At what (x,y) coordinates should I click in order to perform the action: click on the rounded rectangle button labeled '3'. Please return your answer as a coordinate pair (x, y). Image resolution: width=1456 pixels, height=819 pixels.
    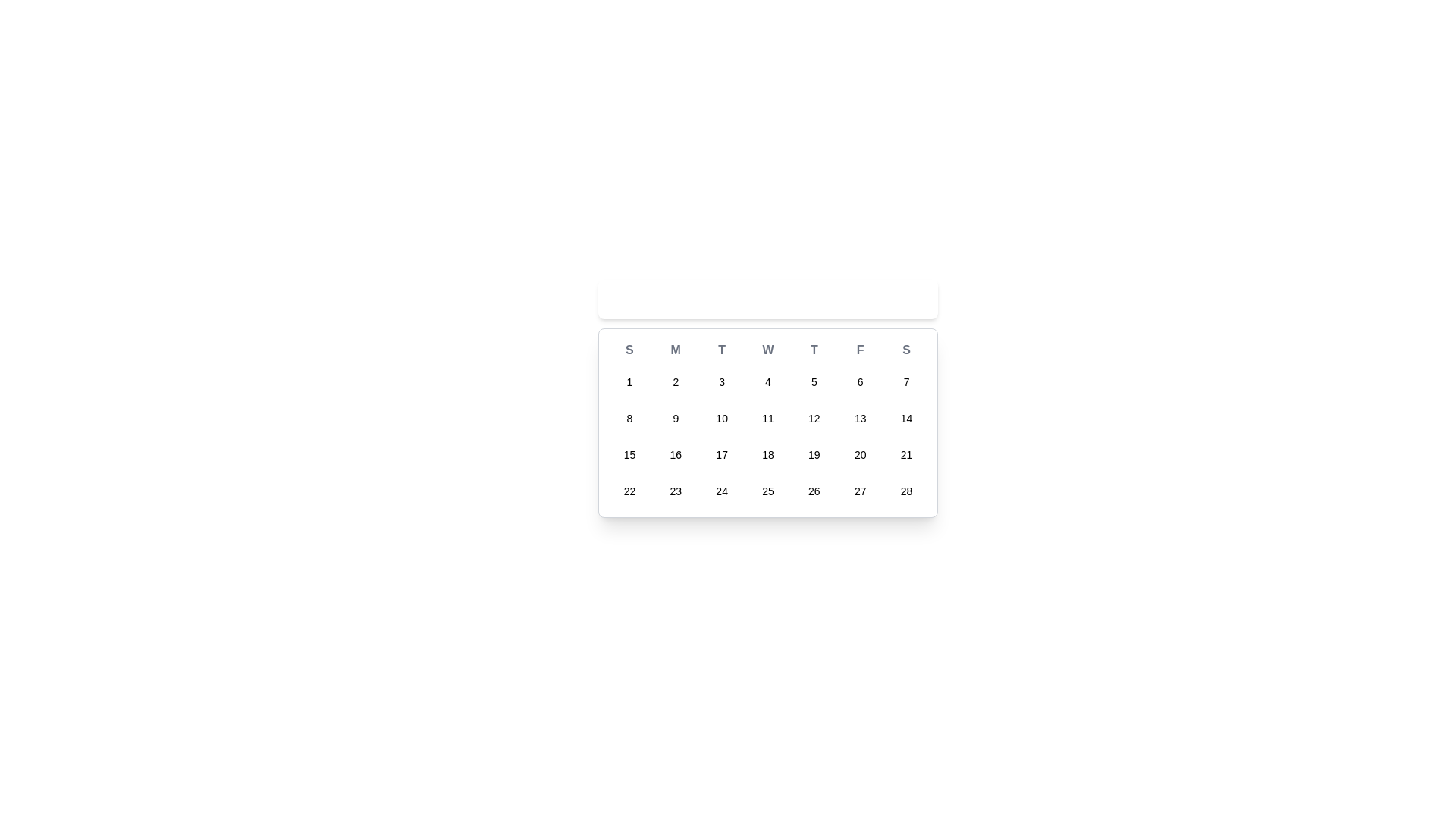
    Looking at the image, I should click on (721, 381).